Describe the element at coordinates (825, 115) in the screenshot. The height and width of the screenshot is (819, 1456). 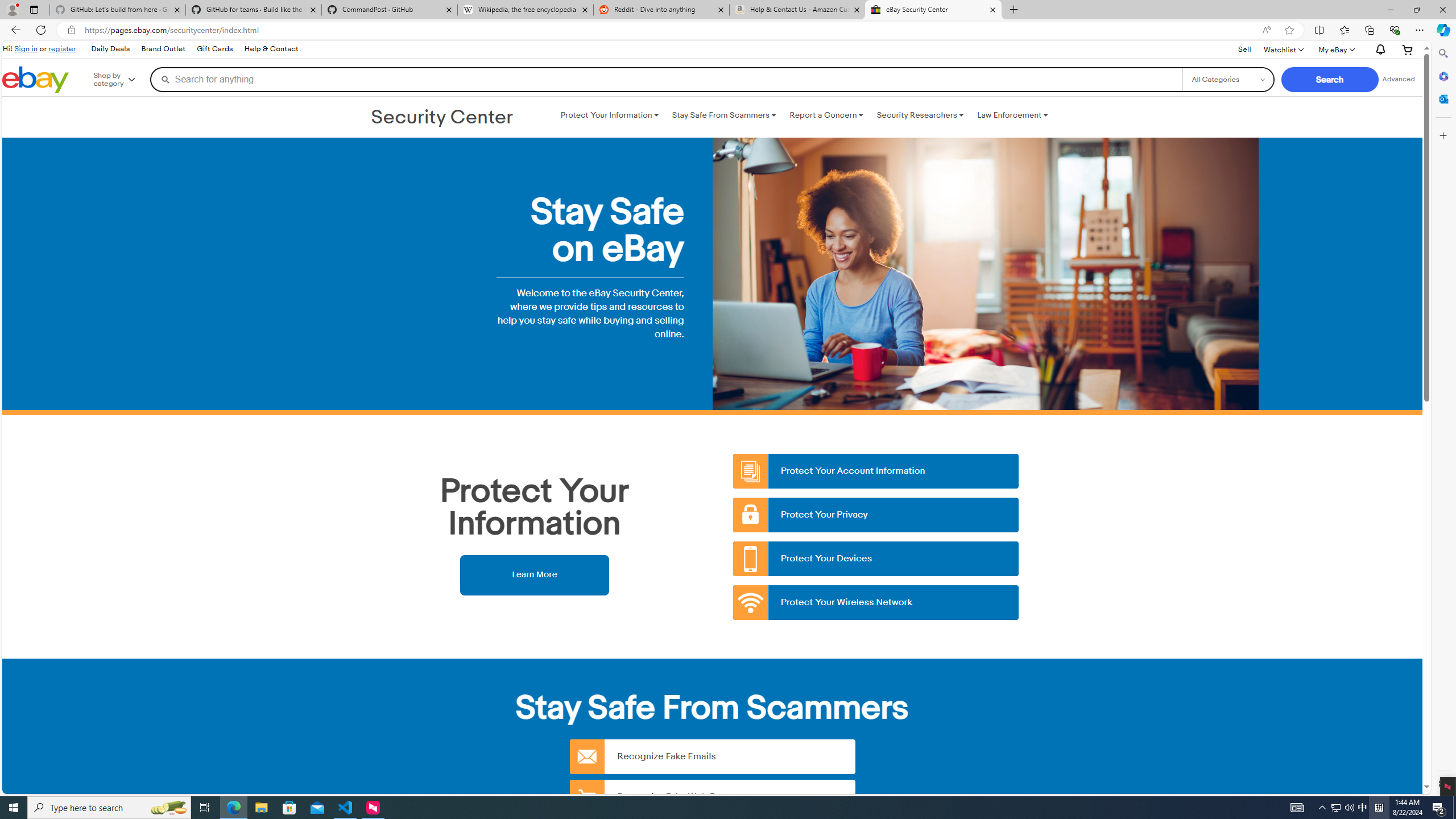
I see `'Report a Concern '` at that location.